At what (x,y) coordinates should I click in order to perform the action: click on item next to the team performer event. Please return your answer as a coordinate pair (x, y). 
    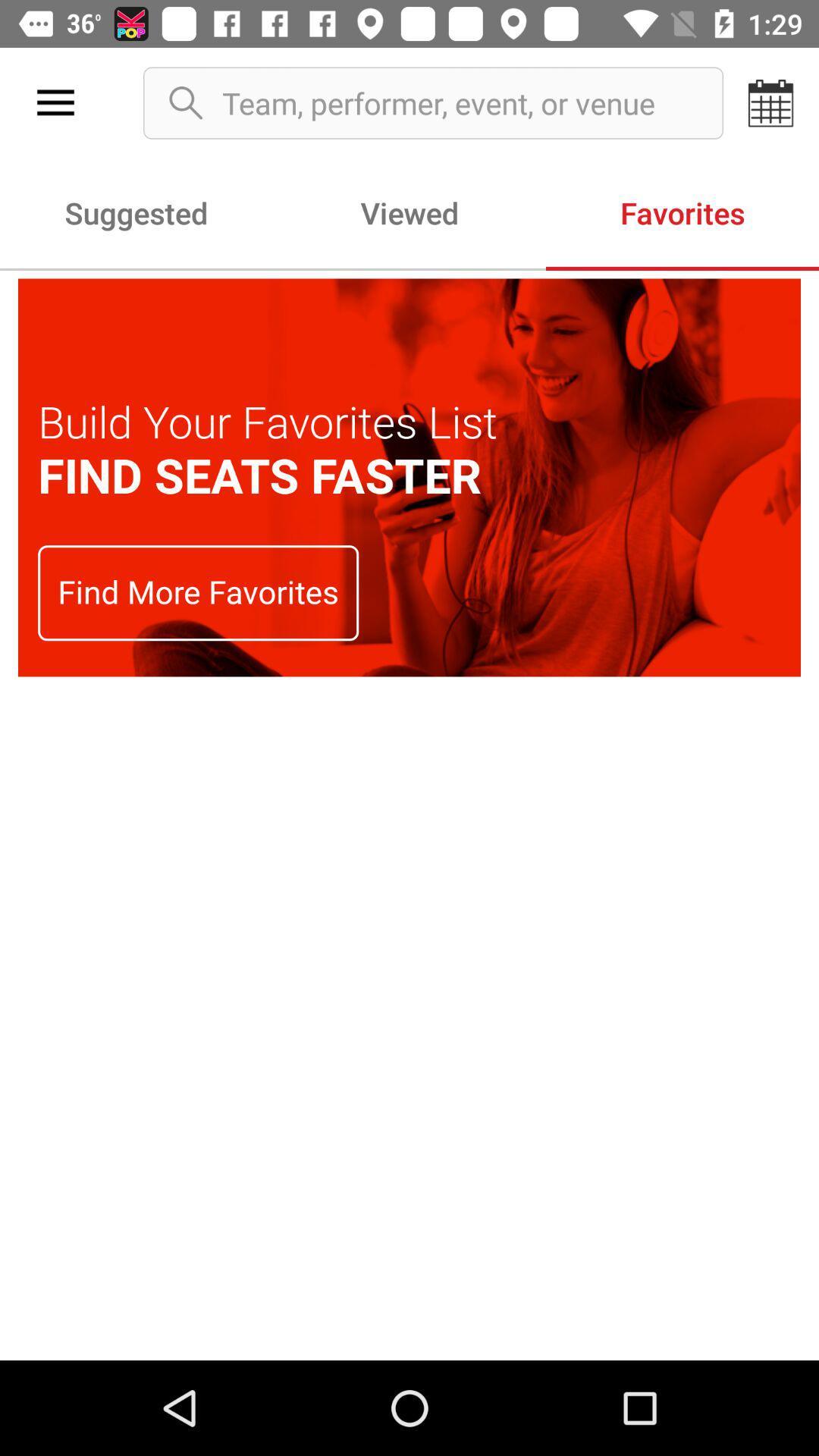
    Looking at the image, I should click on (771, 102).